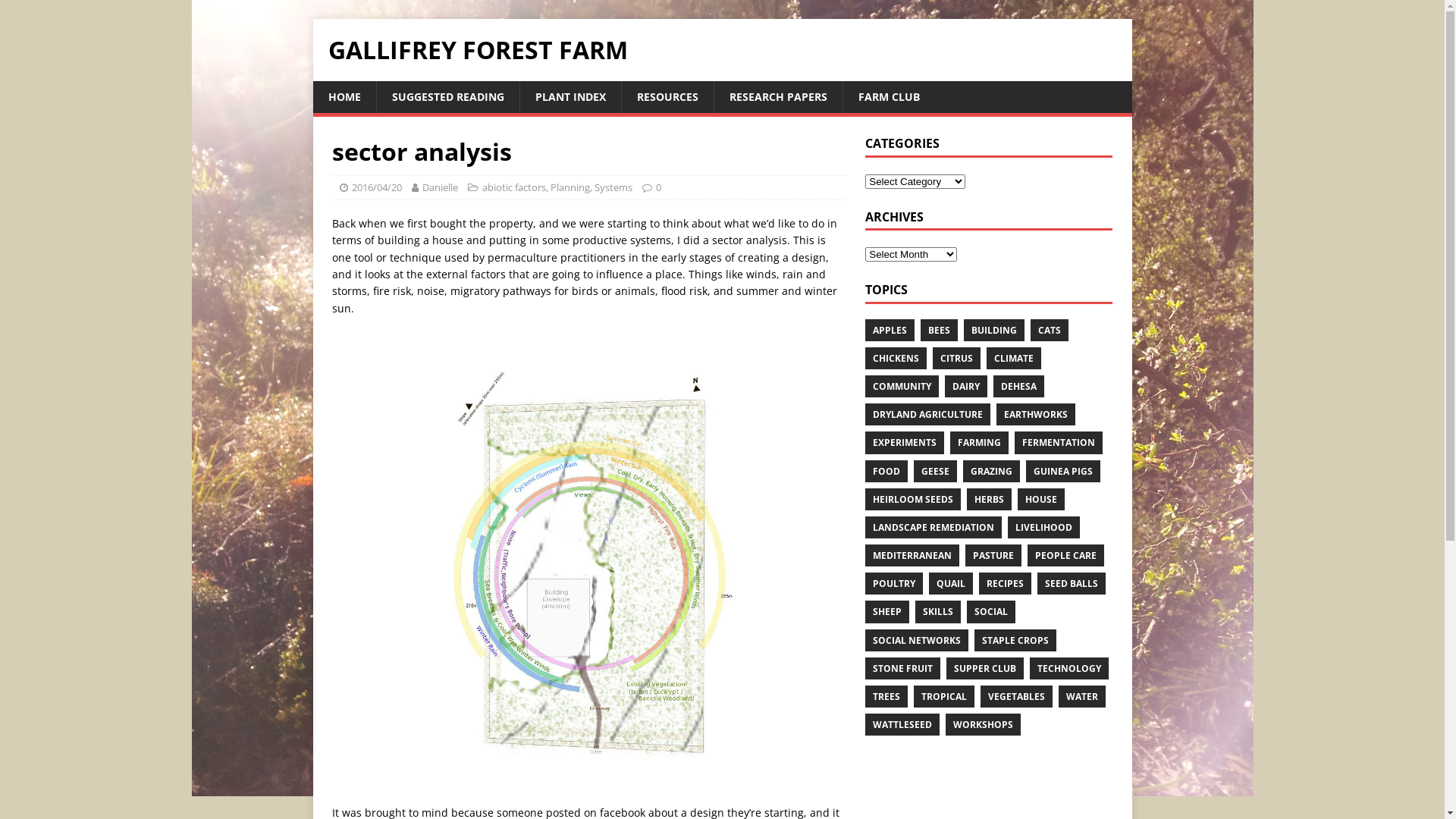  Describe the element at coordinates (914, 610) in the screenshot. I see `'SKILLS'` at that location.